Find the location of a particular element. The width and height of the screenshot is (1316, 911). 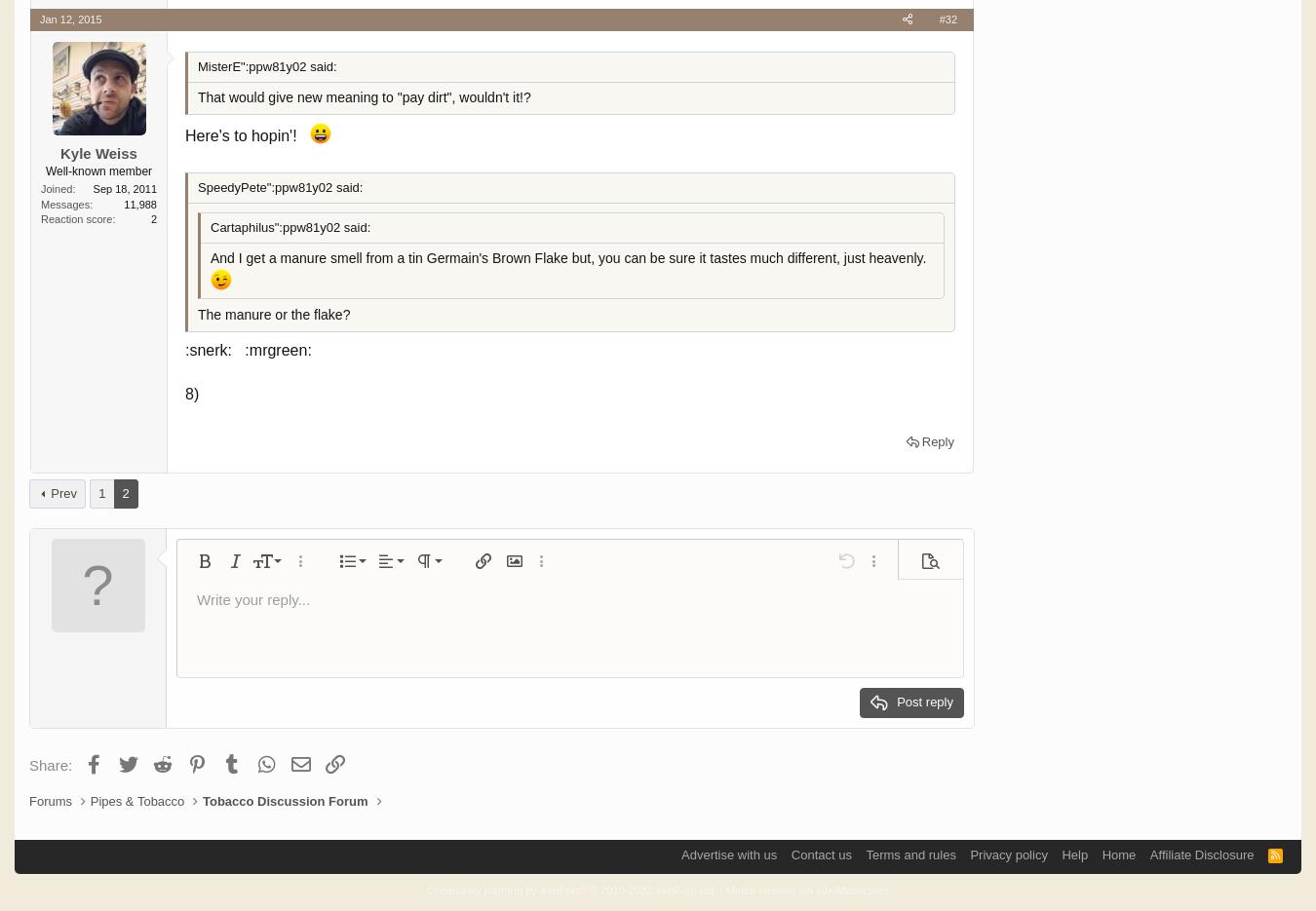

'Community platform by XenForo' is located at coordinates (502, 890).